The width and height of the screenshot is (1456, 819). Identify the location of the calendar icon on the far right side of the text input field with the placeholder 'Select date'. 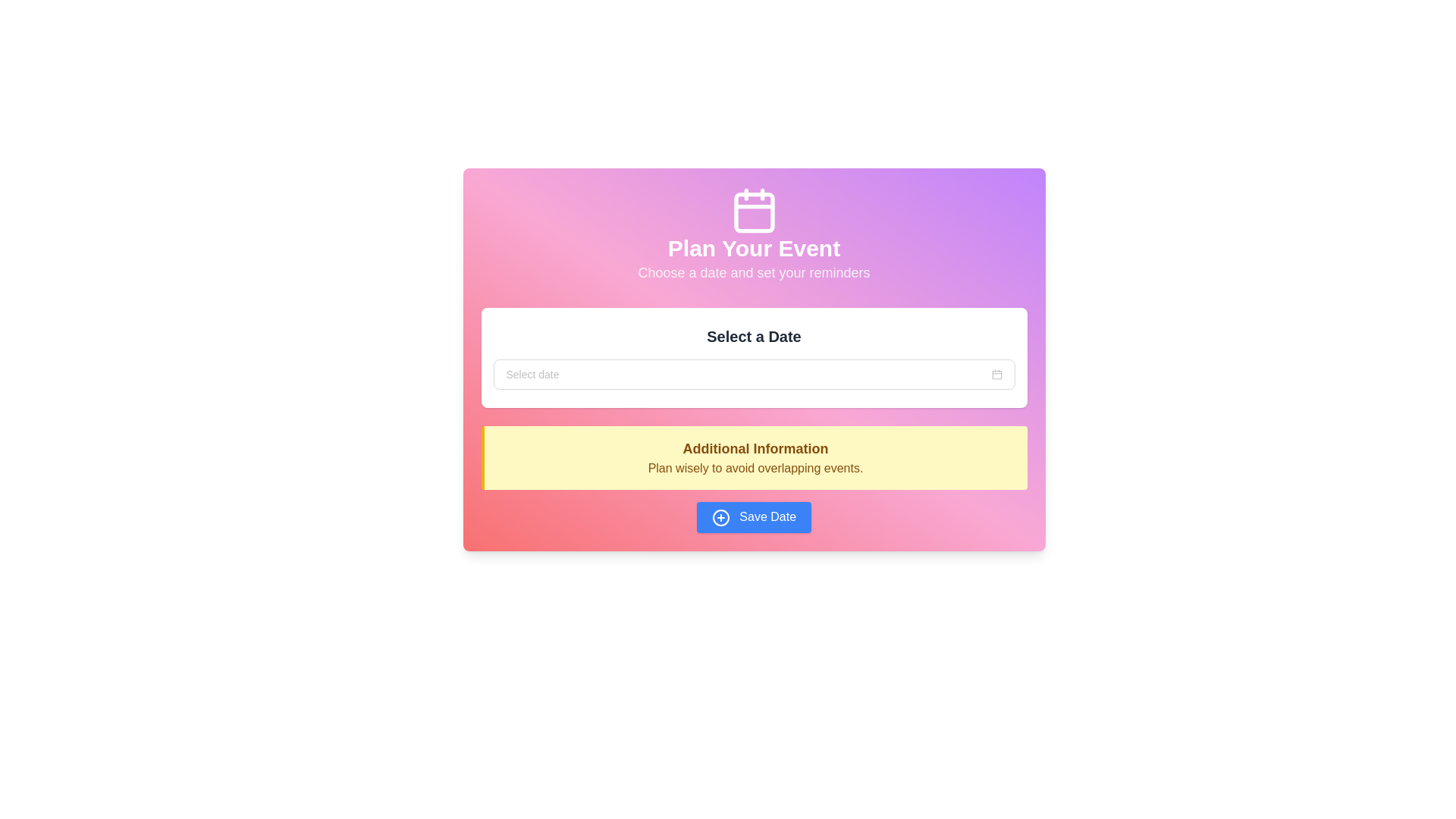
(996, 374).